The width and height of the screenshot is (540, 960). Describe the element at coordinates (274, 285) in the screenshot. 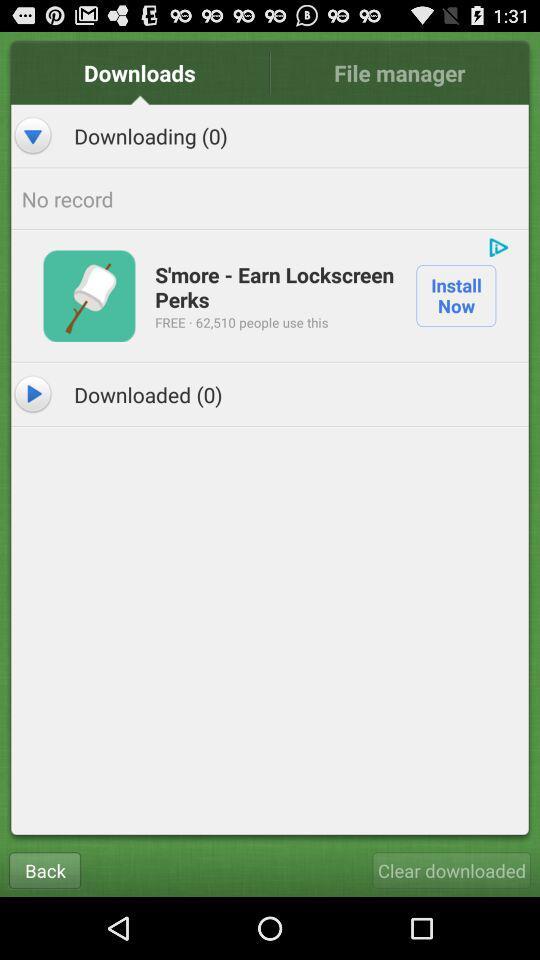

I see `item below the no record item` at that location.